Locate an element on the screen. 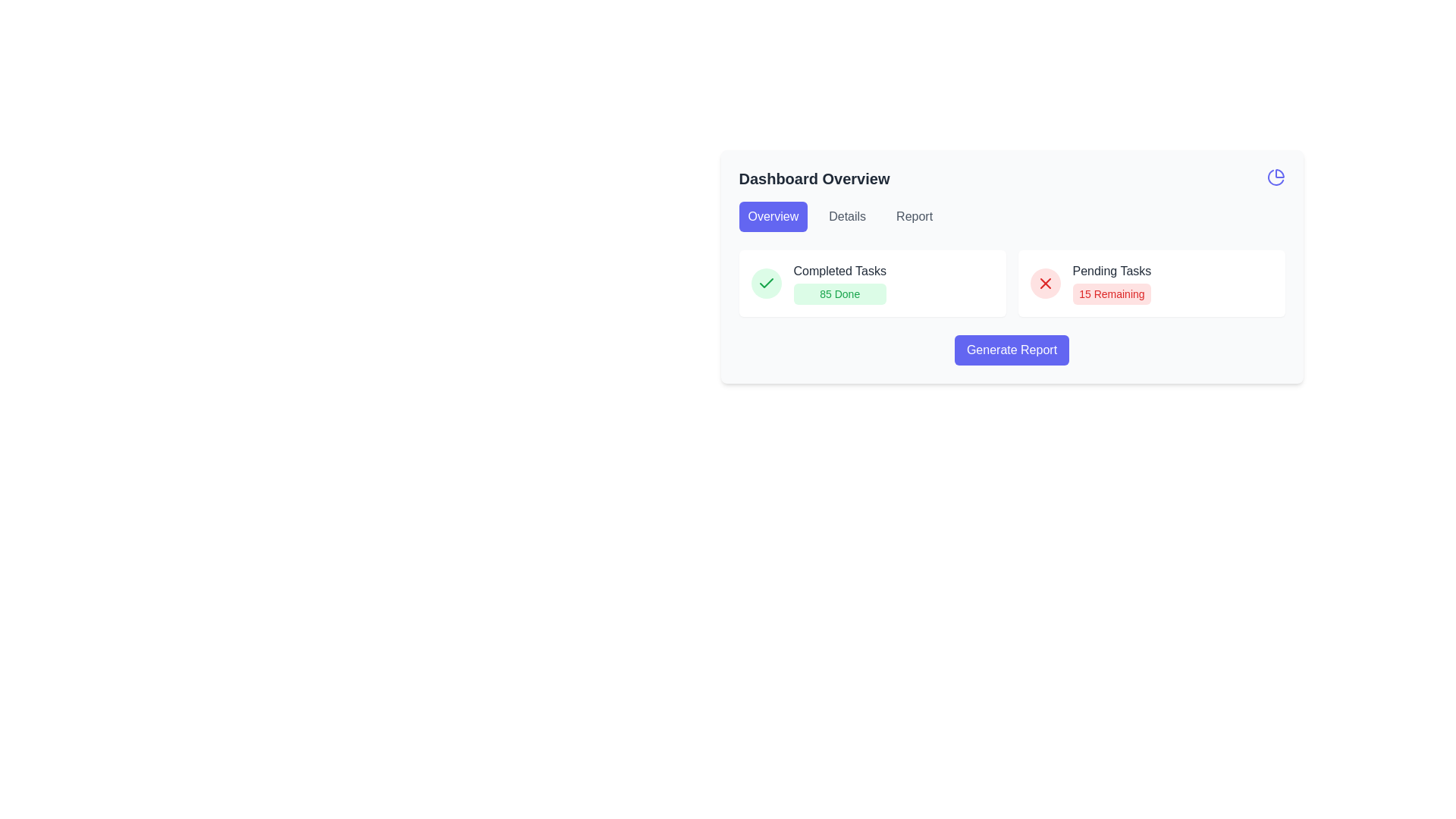  the decorative icon indicating pending status within the 'Pending Tasks' section on the Dashboard Overview interface, located in the top-left corner of the red circular area is located at coordinates (1044, 284).